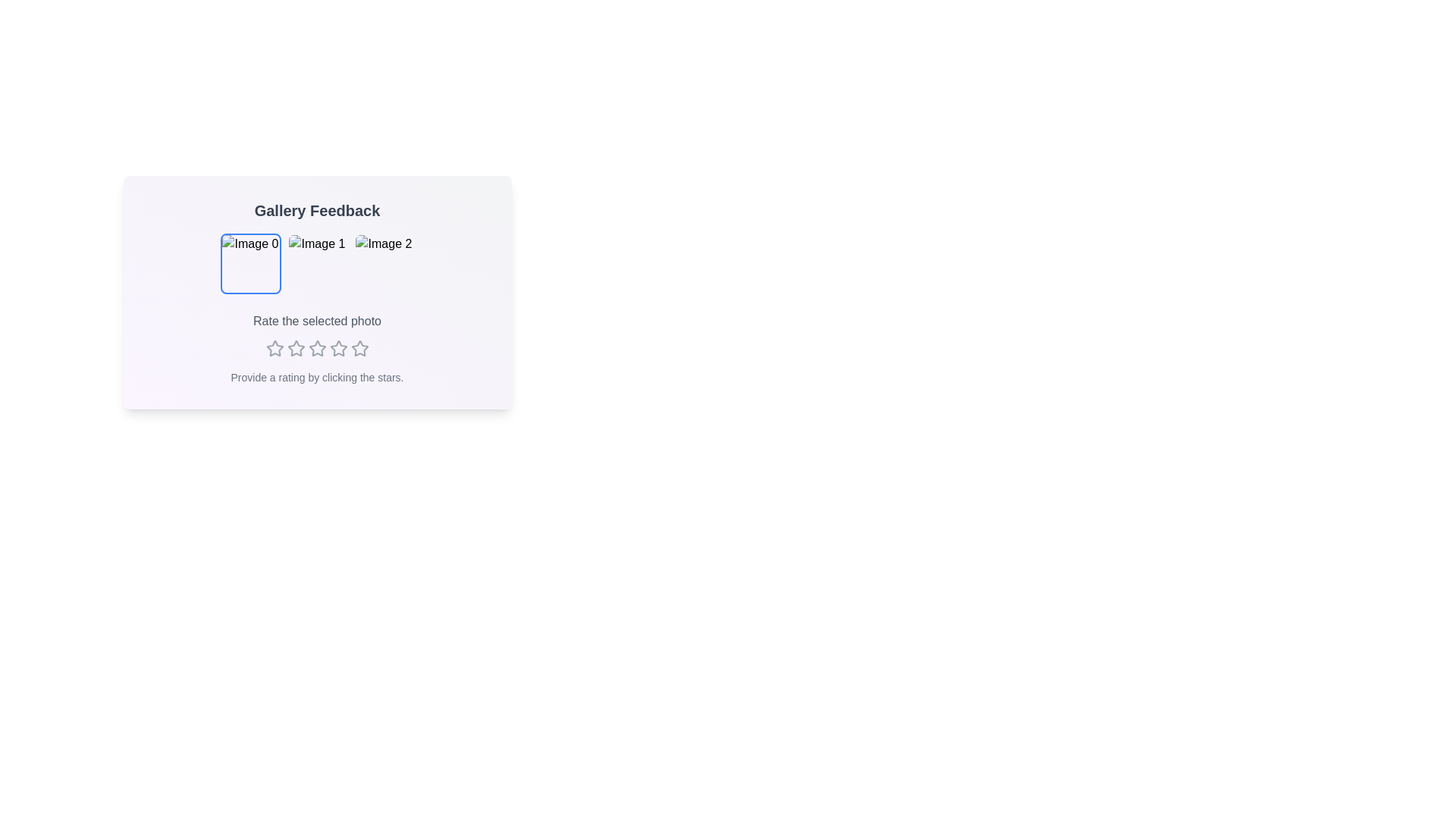 The width and height of the screenshot is (1456, 819). What do you see at coordinates (275, 348) in the screenshot?
I see `the first interactive star icon for ratings` at bounding box center [275, 348].